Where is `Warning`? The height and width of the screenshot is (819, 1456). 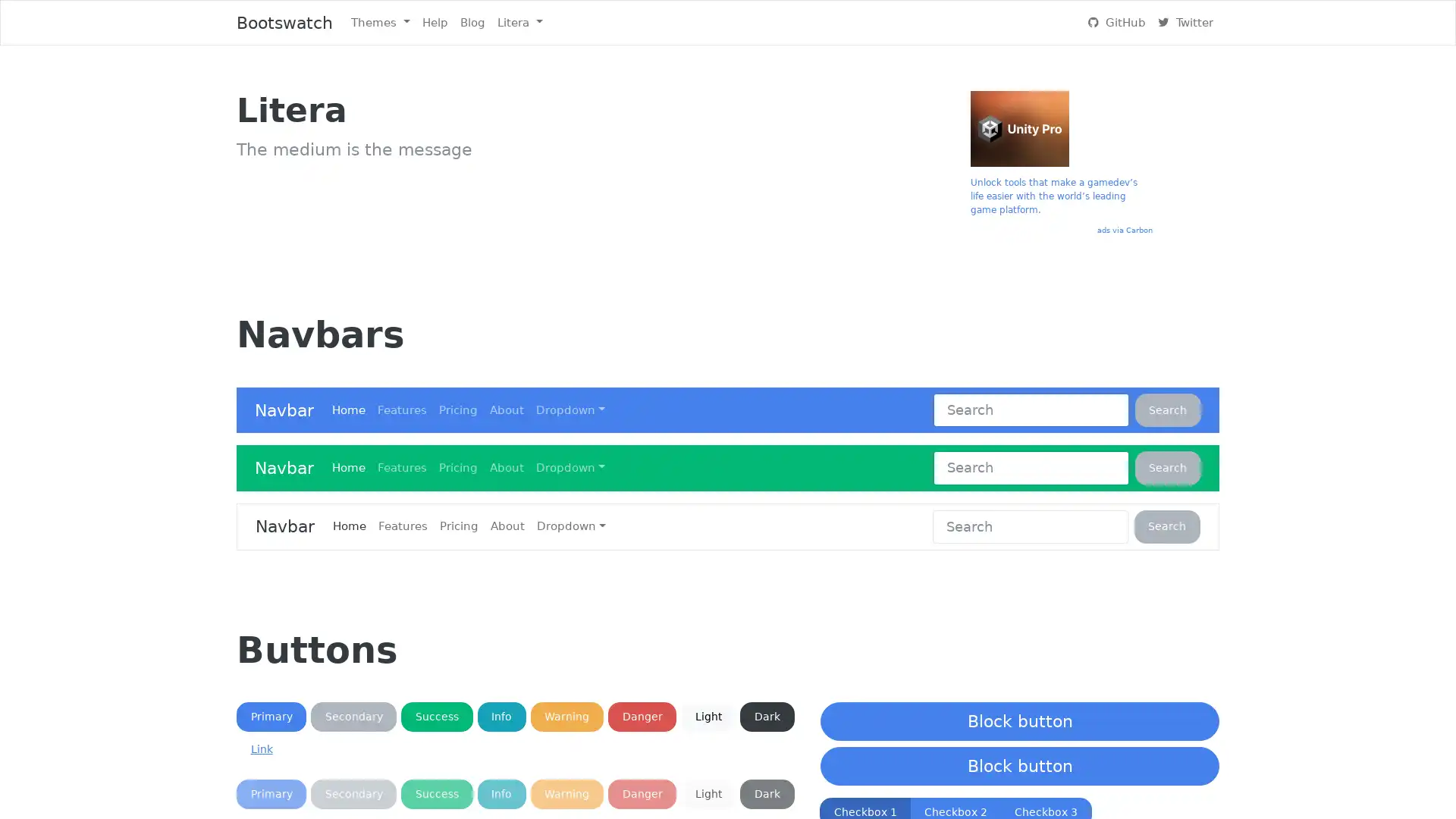 Warning is located at coordinates (566, 717).